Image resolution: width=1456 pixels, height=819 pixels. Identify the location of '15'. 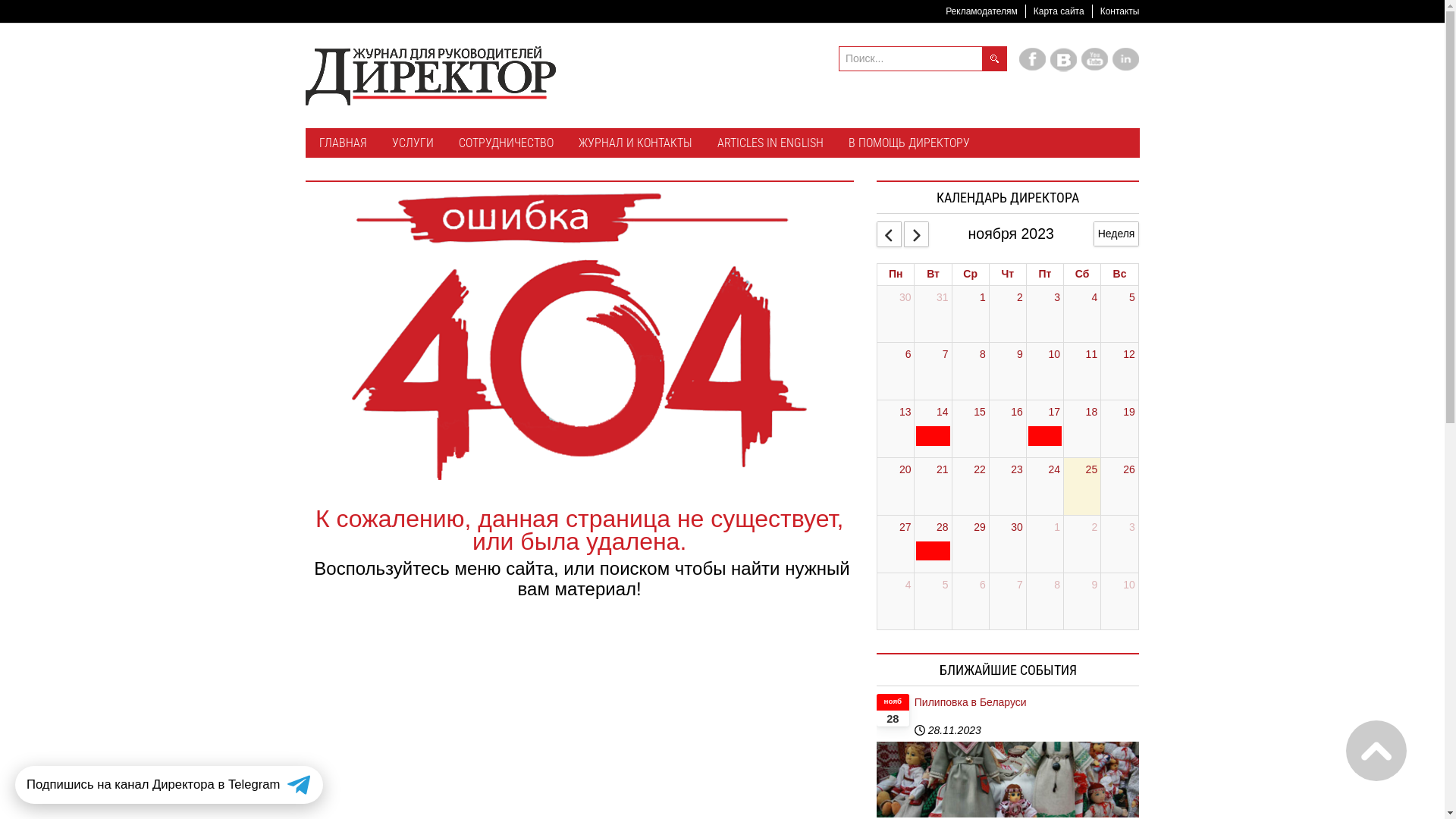
(971, 412).